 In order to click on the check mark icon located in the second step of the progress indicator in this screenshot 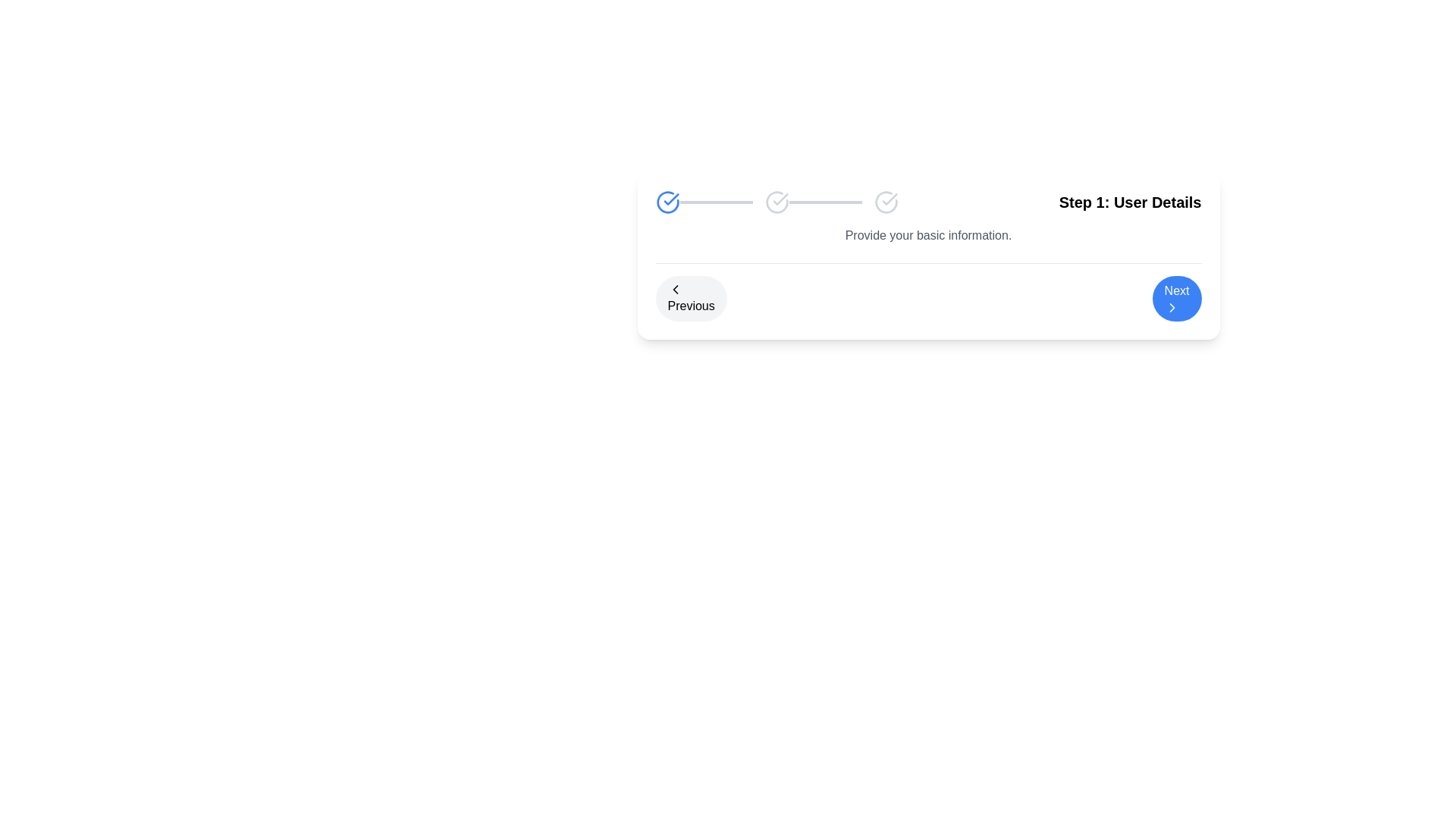, I will do `click(780, 198)`.